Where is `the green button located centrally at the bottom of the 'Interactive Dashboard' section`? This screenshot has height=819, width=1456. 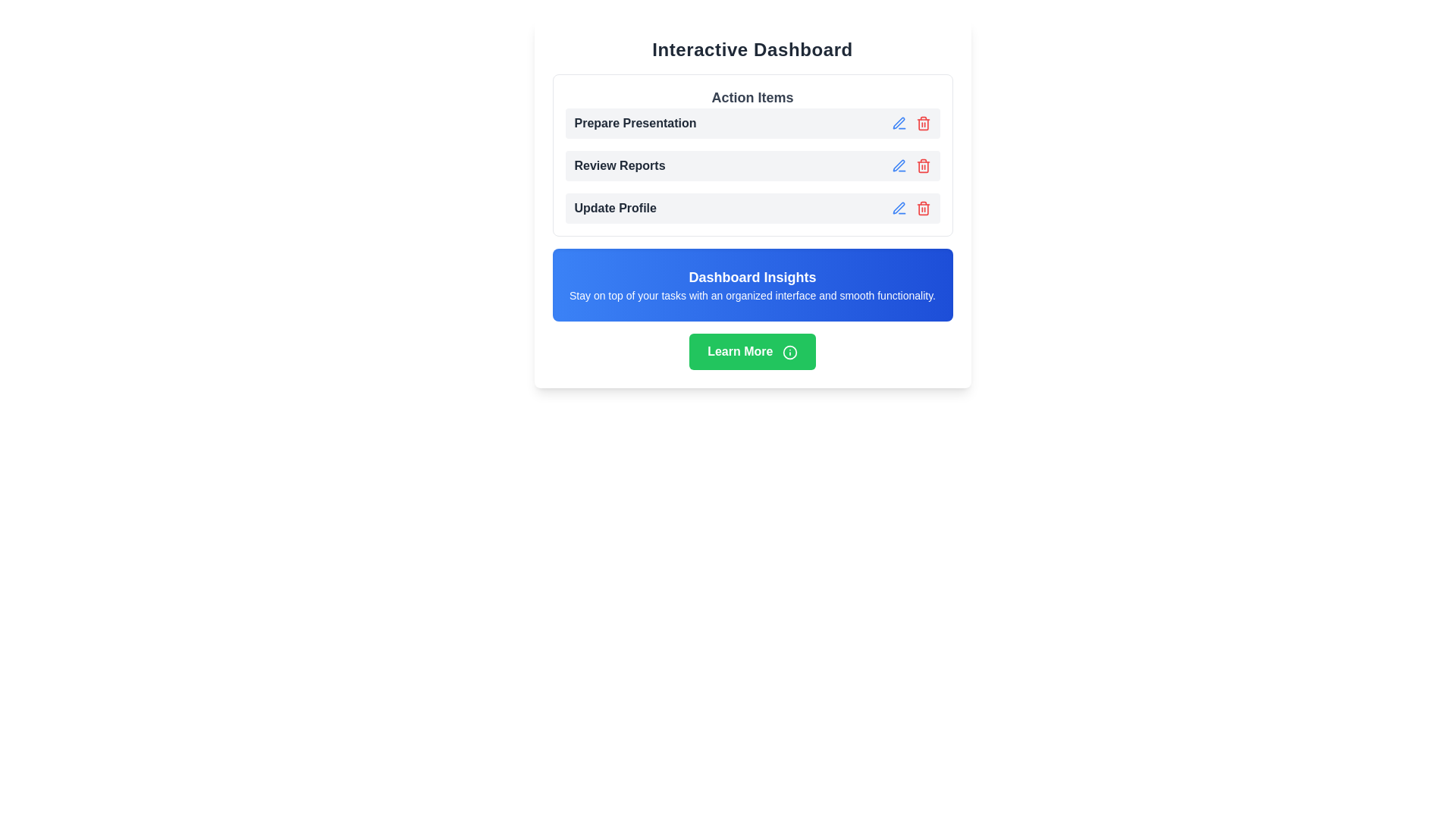
the green button located centrally at the bottom of the 'Interactive Dashboard' section is located at coordinates (752, 351).